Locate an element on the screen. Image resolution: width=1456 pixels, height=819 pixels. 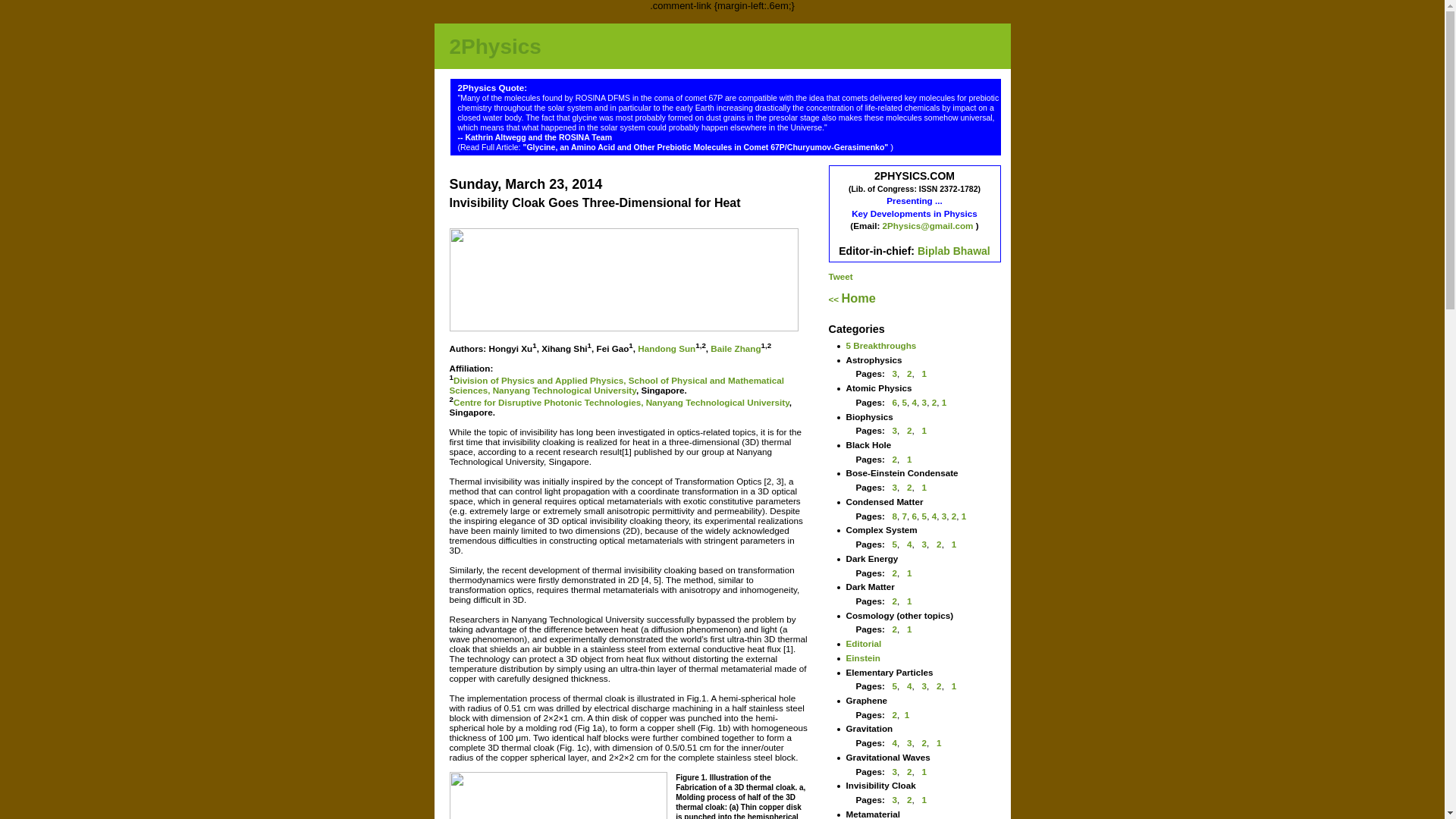
'<< Home' is located at coordinates (852, 299).